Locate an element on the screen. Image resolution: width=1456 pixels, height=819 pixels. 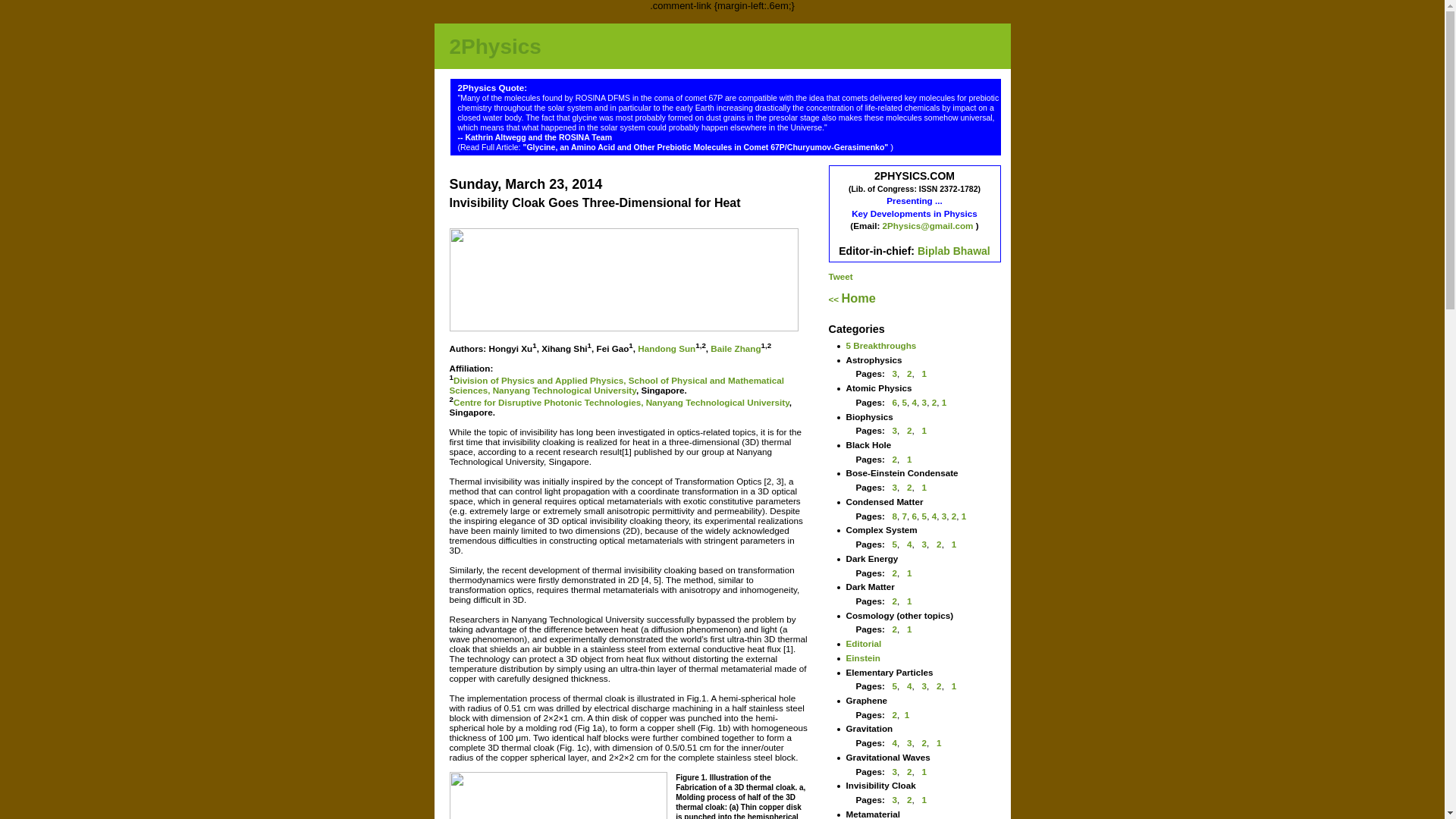
'<< Home' is located at coordinates (852, 299).